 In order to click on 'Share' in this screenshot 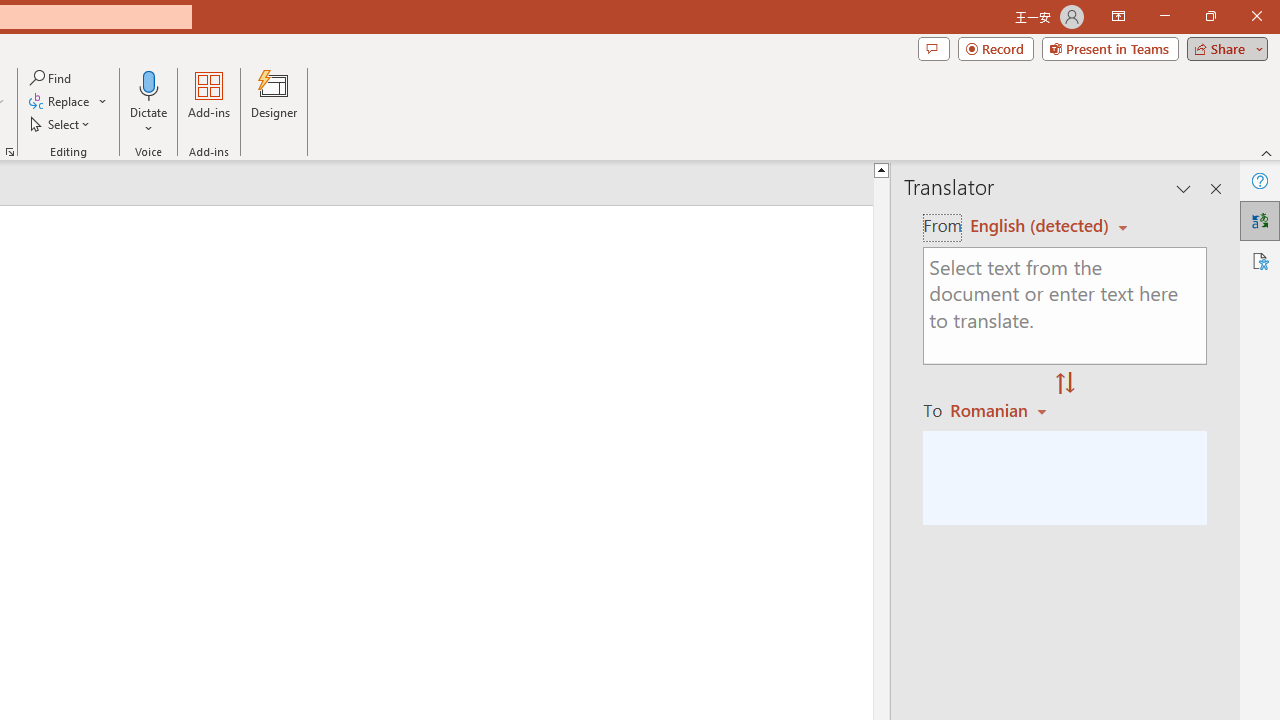, I will do `click(1222, 47)`.